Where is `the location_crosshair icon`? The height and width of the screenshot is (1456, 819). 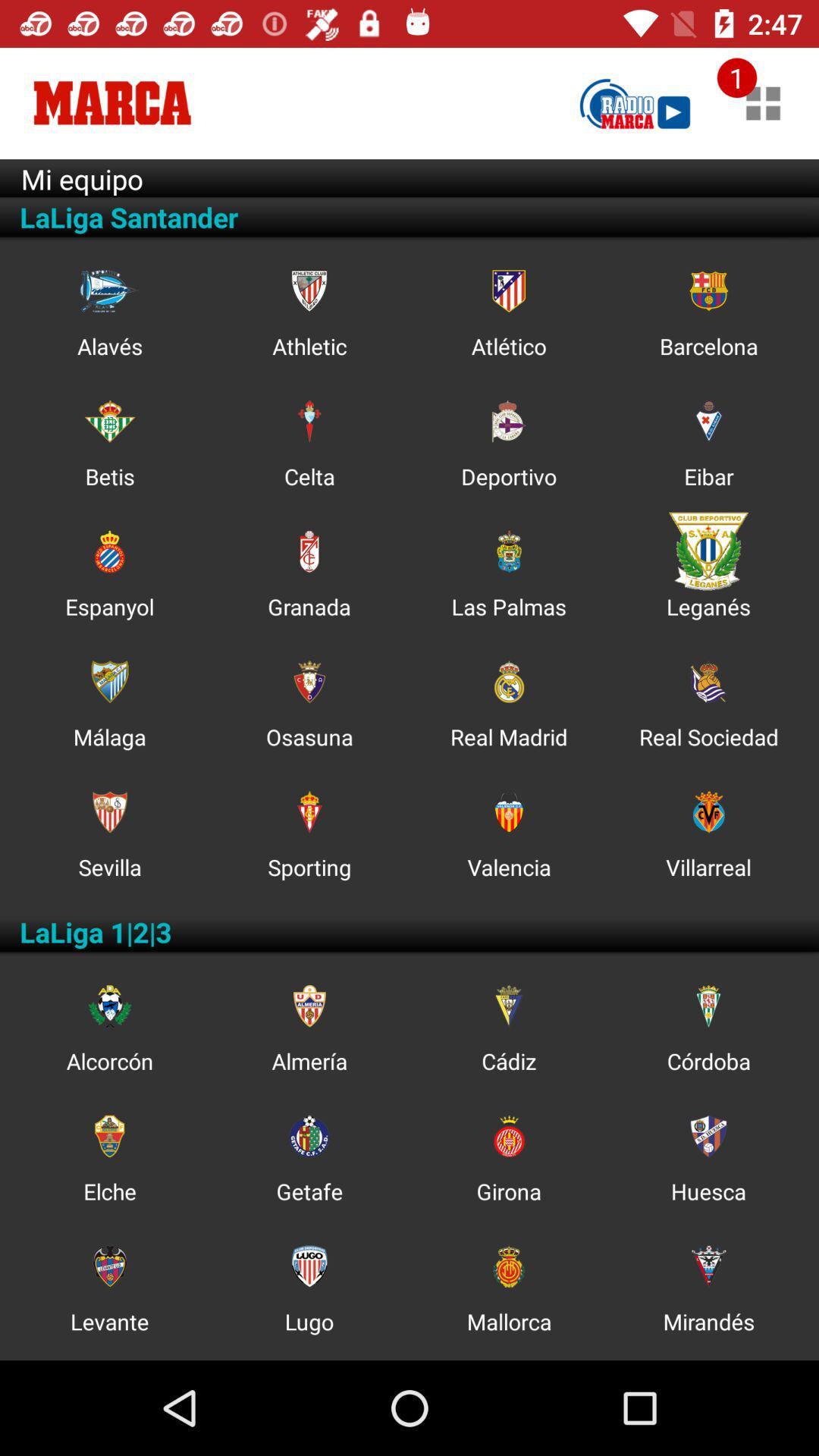 the location_crosshair icon is located at coordinates (108, 1136).